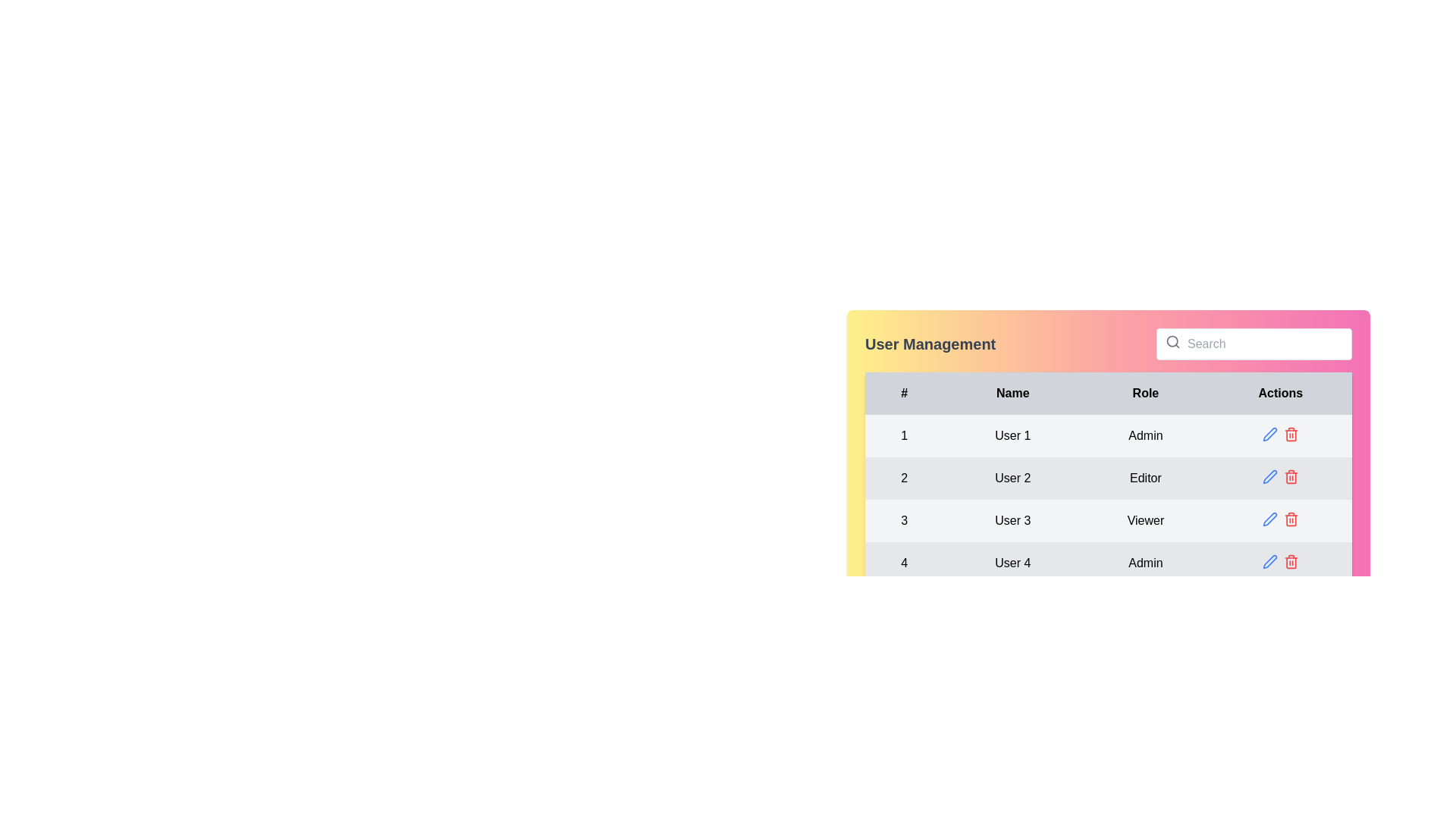  Describe the element at coordinates (1290, 435) in the screenshot. I see `the red-colored trash can icon to initiate a delete action within the user management table, located in the 'Actions' column of the first row` at that location.